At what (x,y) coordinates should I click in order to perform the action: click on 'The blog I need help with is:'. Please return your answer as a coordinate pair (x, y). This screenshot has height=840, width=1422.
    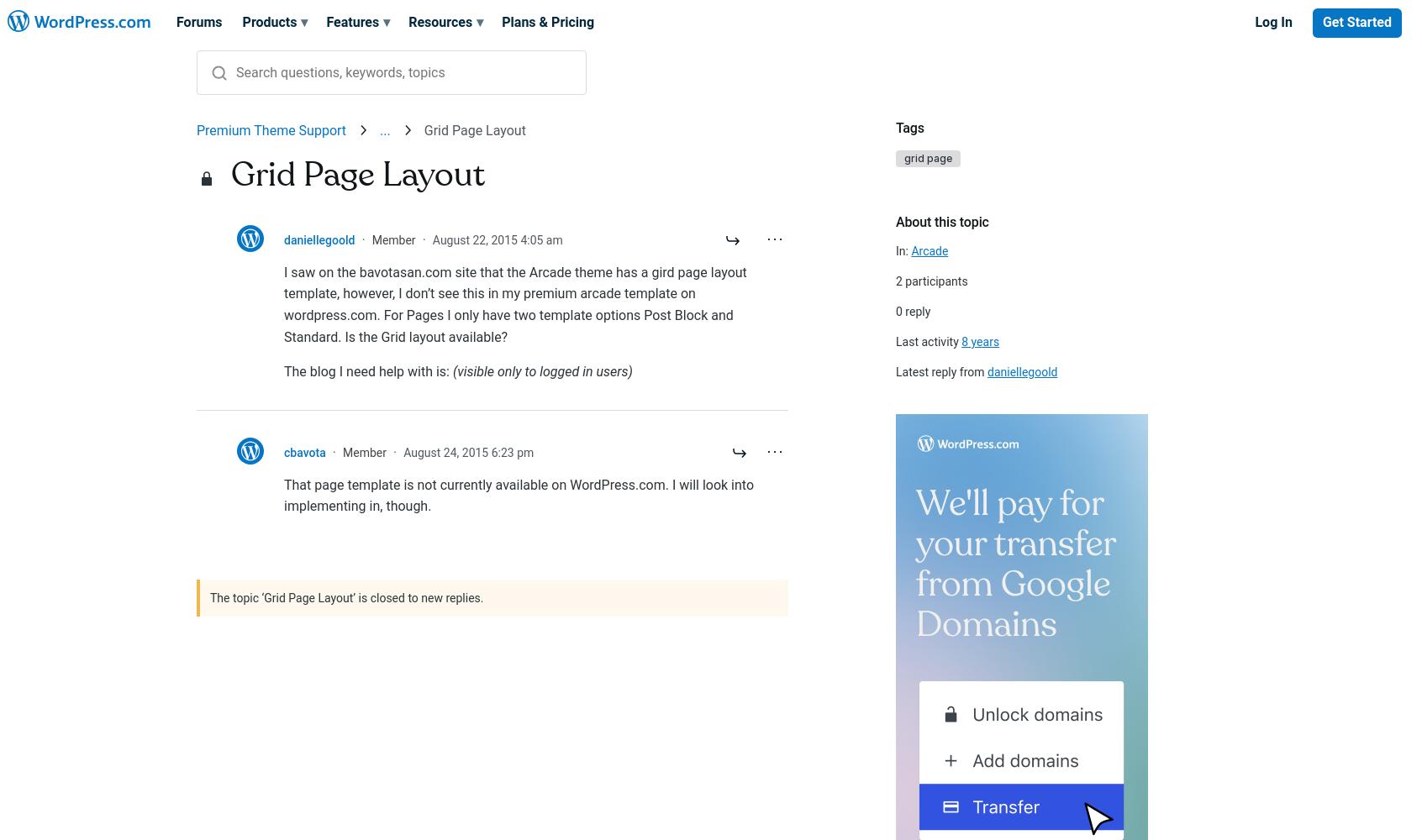
    Looking at the image, I should click on (283, 370).